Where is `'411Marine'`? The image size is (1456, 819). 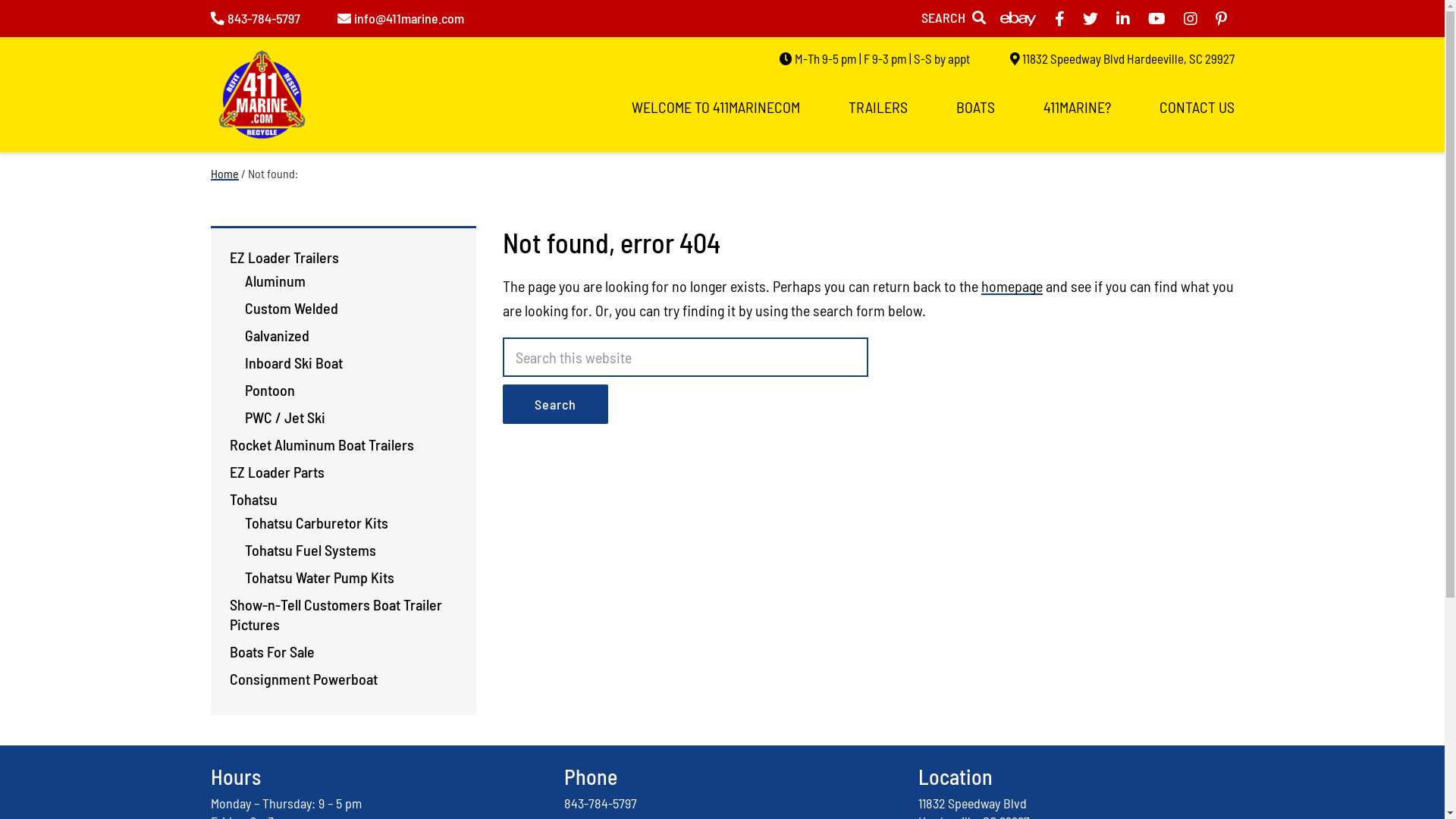 '411Marine' is located at coordinates (262, 100).